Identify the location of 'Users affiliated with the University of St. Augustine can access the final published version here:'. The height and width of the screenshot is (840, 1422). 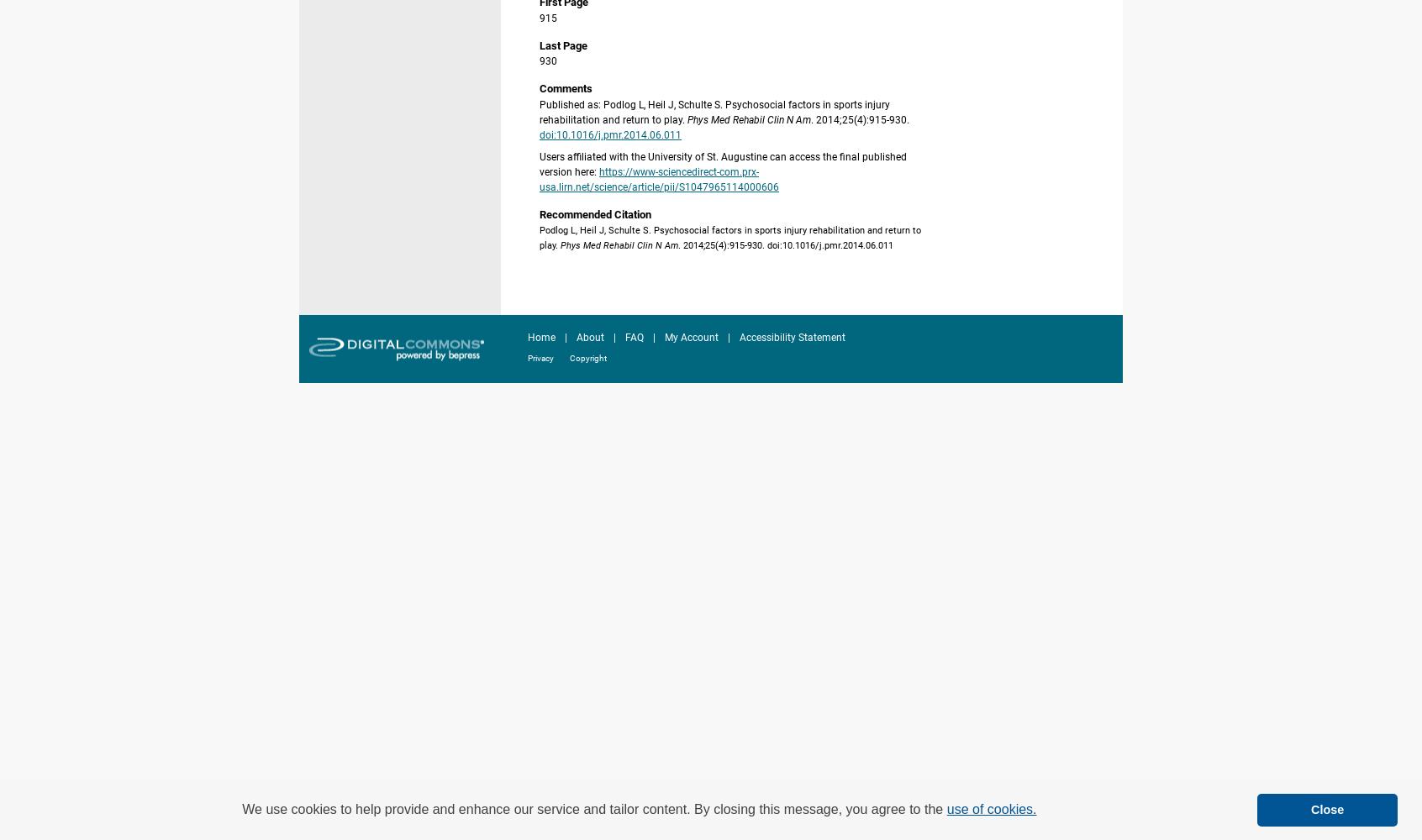
(722, 163).